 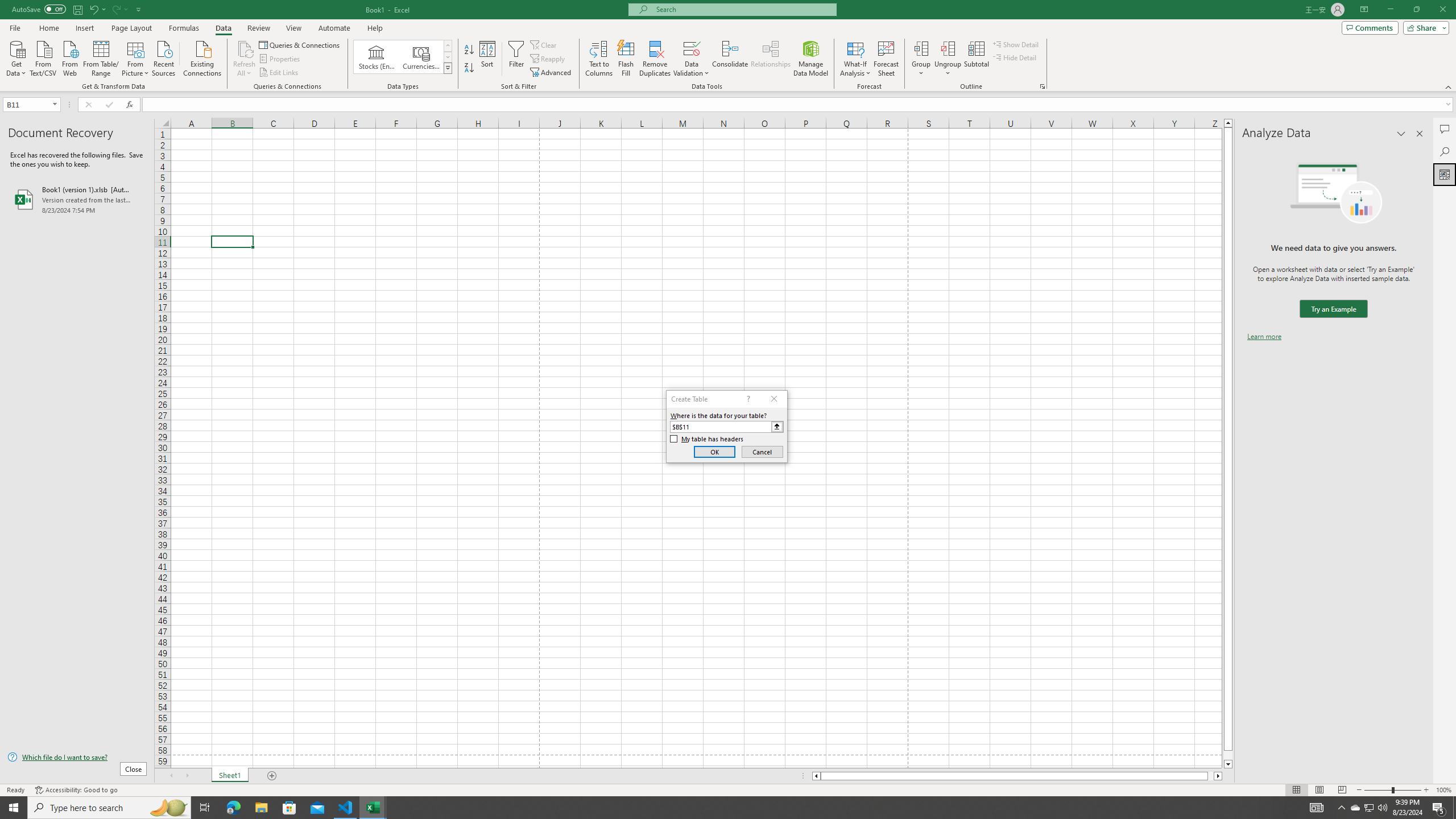 I want to click on 'We need data to give you answers. Try an Example', so click(x=1333, y=309).